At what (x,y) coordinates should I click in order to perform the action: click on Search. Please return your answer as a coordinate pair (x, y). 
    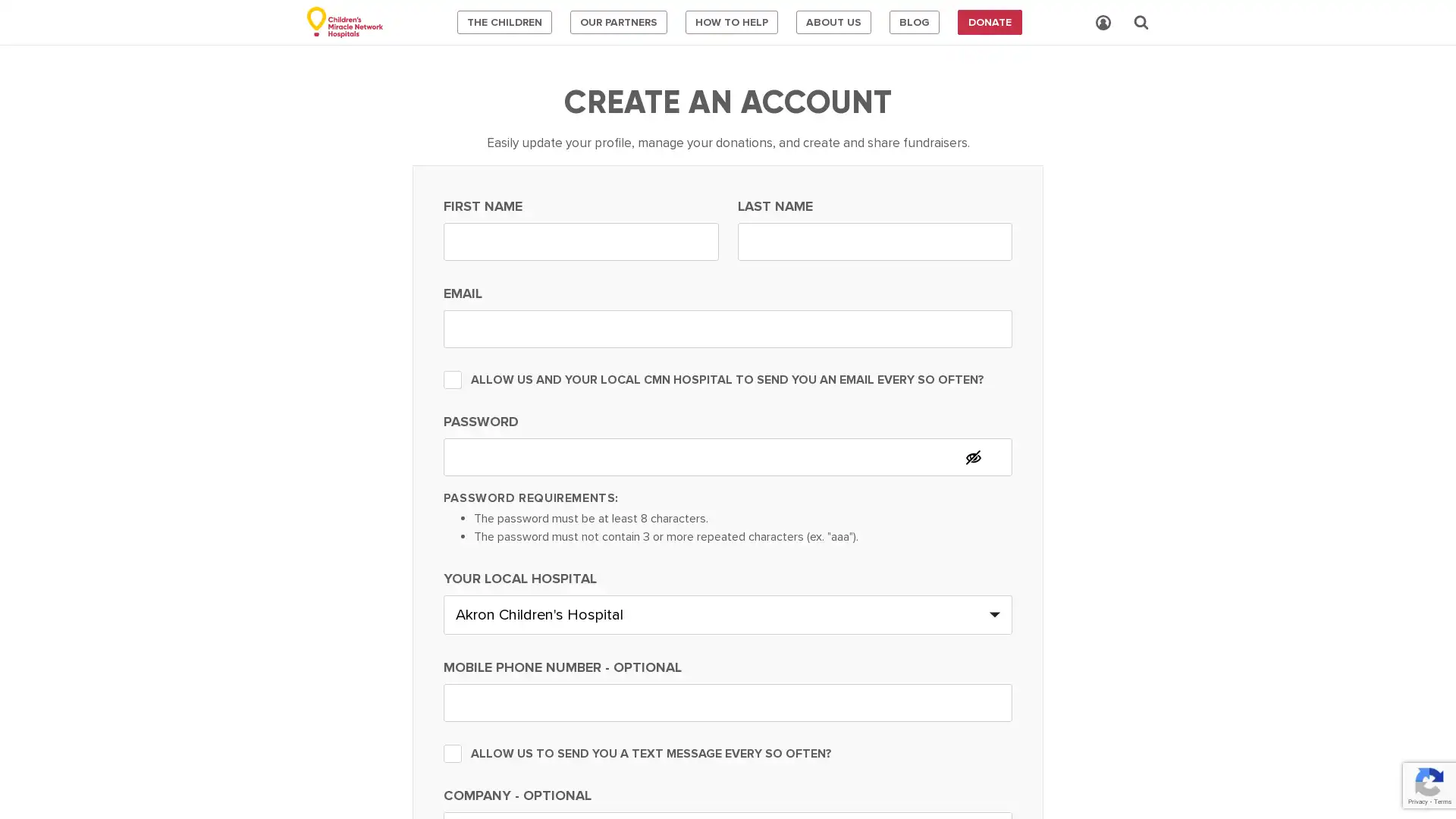
    Looking at the image, I should click on (1141, 22).